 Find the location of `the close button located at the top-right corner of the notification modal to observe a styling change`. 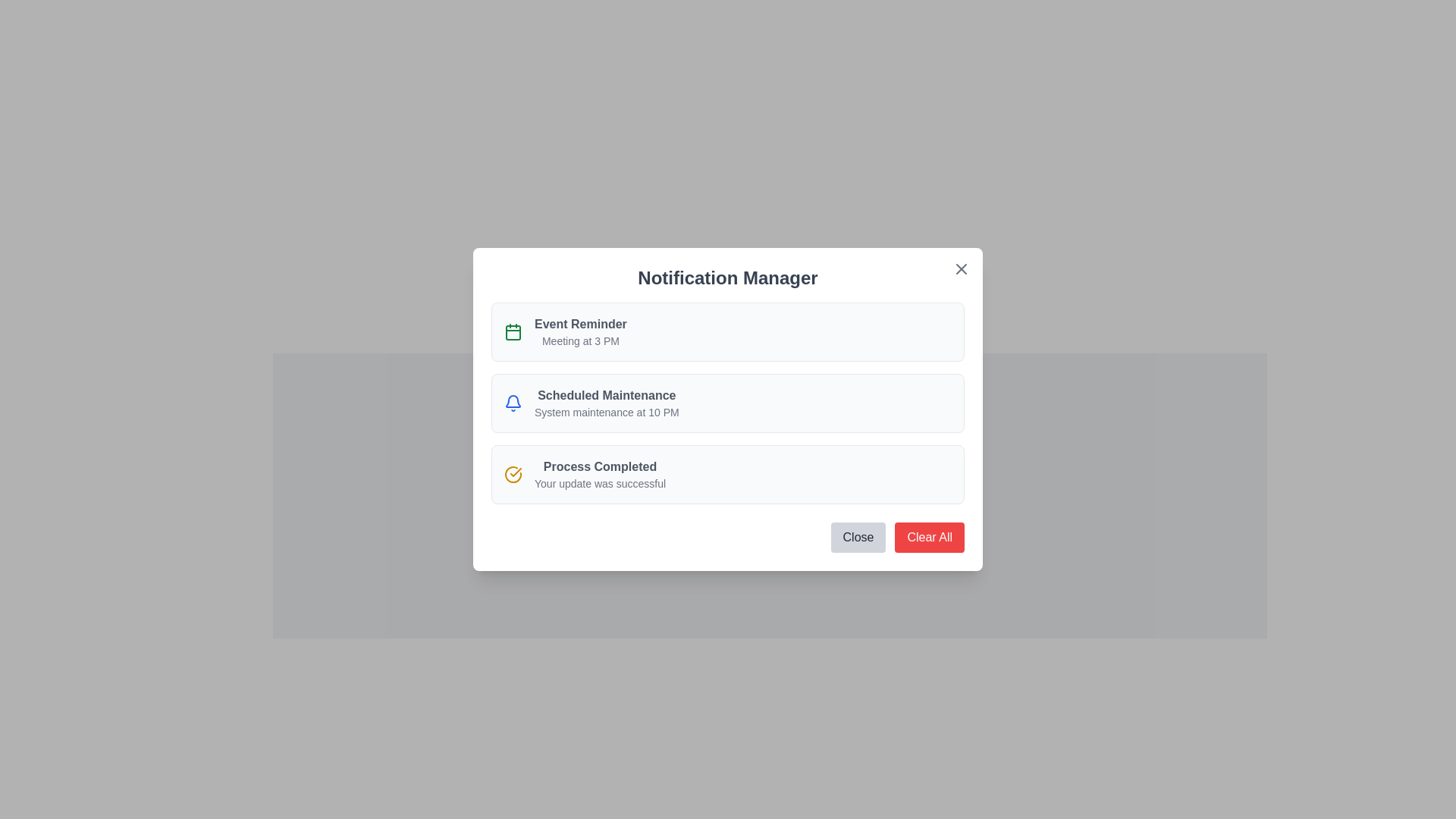

the close button located at the top-right corner of the notification modal to observe a styling change is located at coordinates (960, 268).